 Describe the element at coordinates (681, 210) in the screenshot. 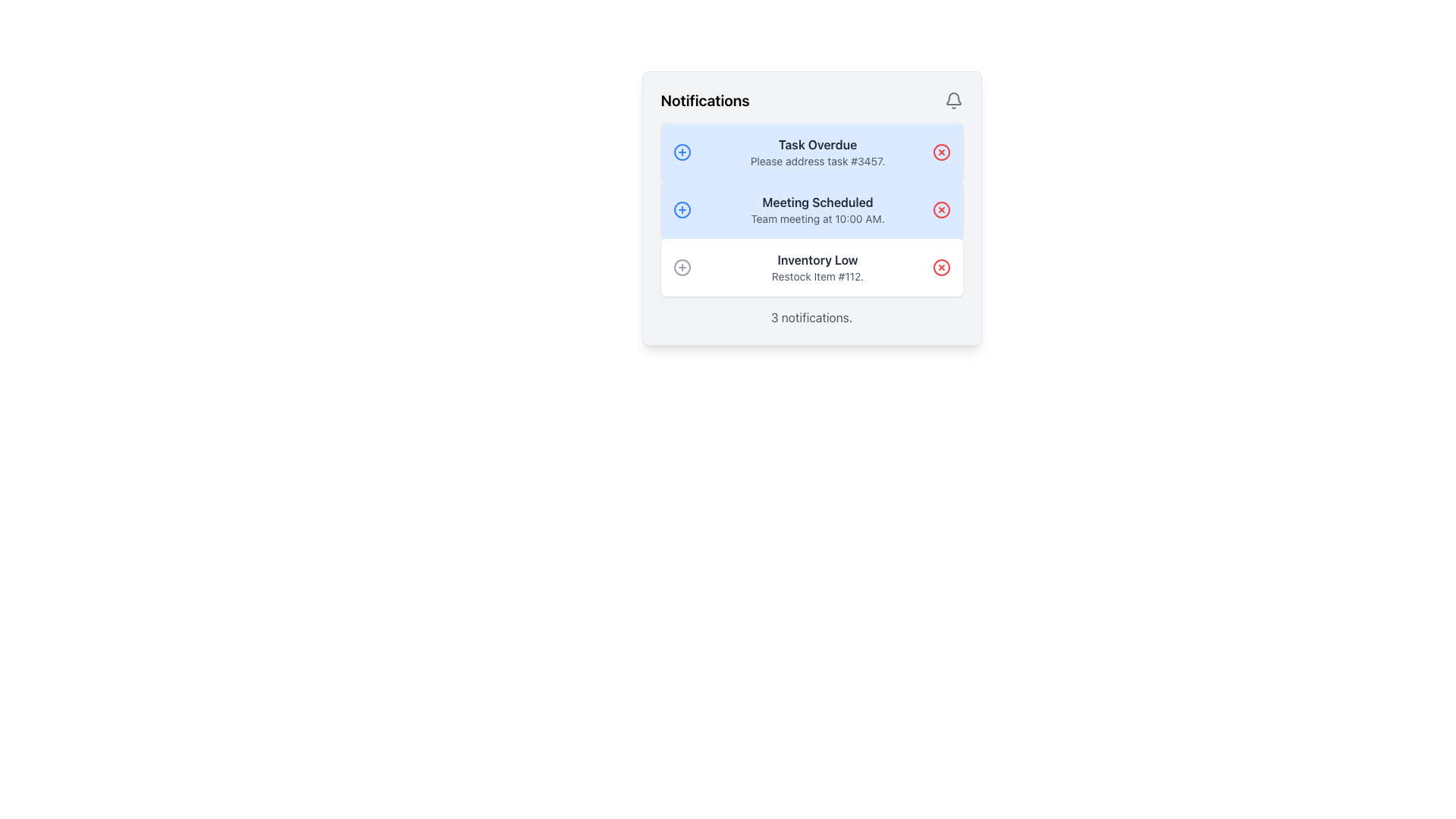

I see `the circular outline button with a blue stroke that is part of the 'Meeting Scheduled' notification icon, located to the left of the notification text` at that location.